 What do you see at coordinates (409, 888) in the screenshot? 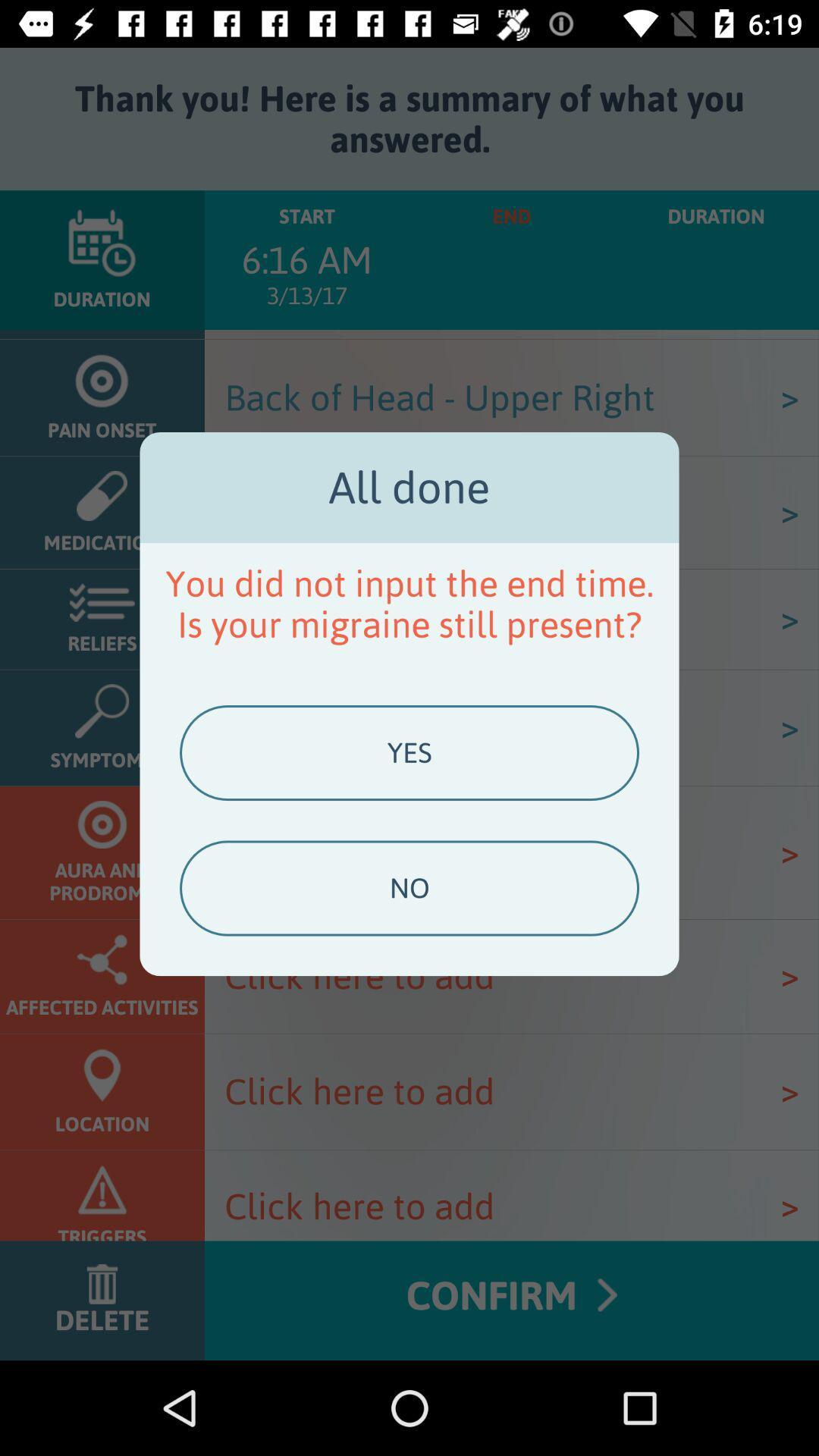
I see `no icon` at bounding box center [409, 888].